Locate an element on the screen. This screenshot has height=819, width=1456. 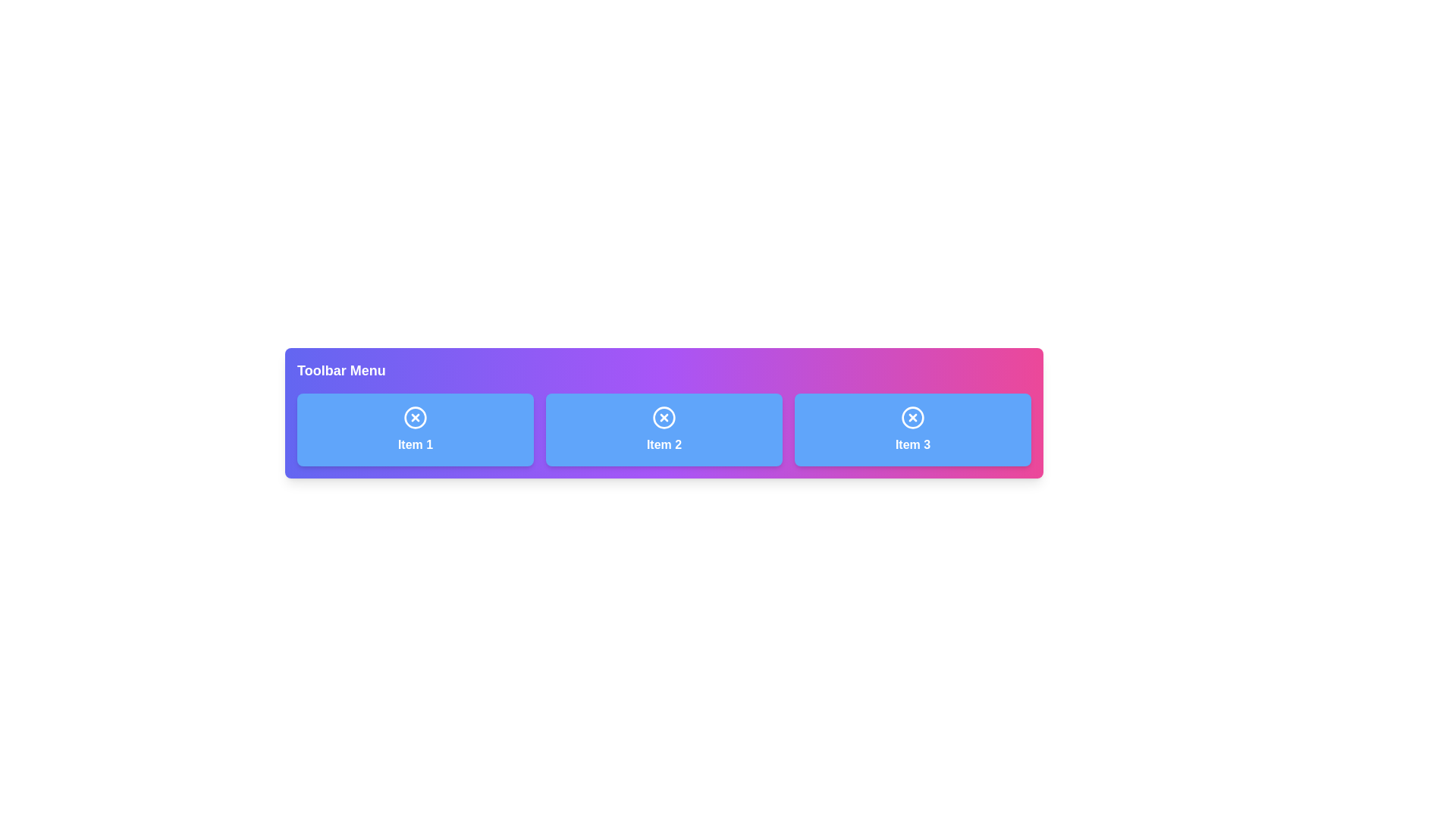
the negative action icon located in the central position of the 'Item 3' section of the horizontal toolbar menu is located at coordinates (912, 418).